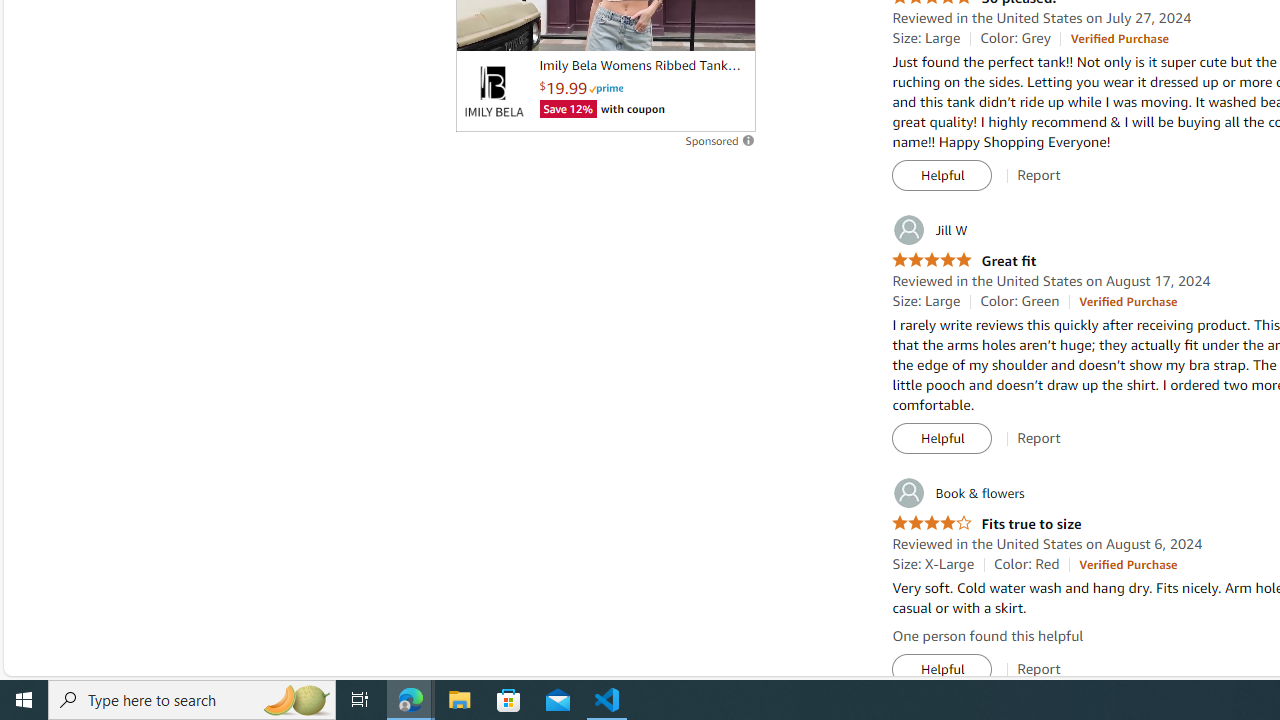  What do you see at coordinates (941, 669) in the screenshot?
I see `'Helpful'` at bounding box center [941, 669].